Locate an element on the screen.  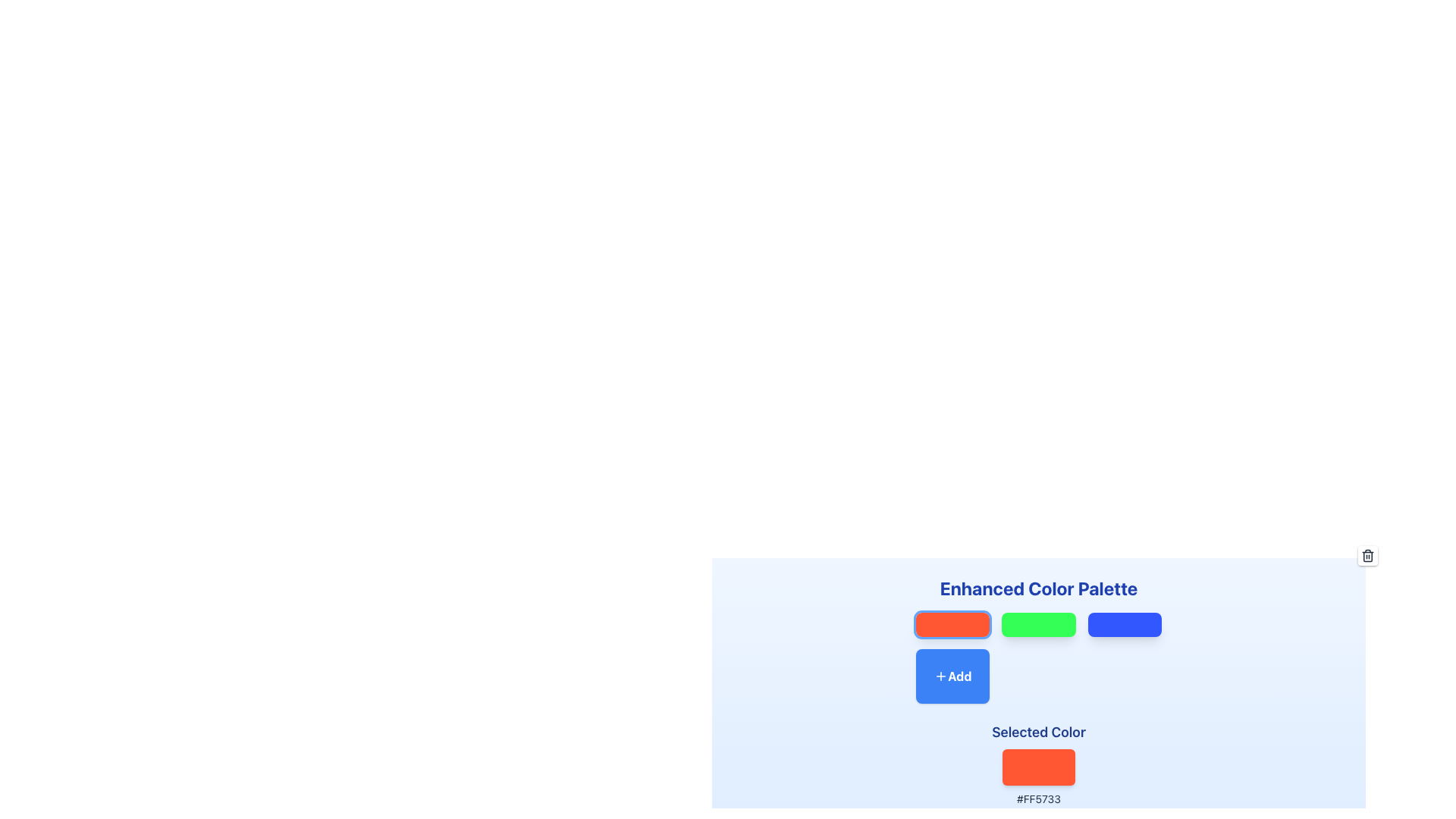
the plus sign icon located at the center of the blue rounded button labeled 'Add' in the 'Enhanced Color Palette' section is located at coordinates (940, 675).